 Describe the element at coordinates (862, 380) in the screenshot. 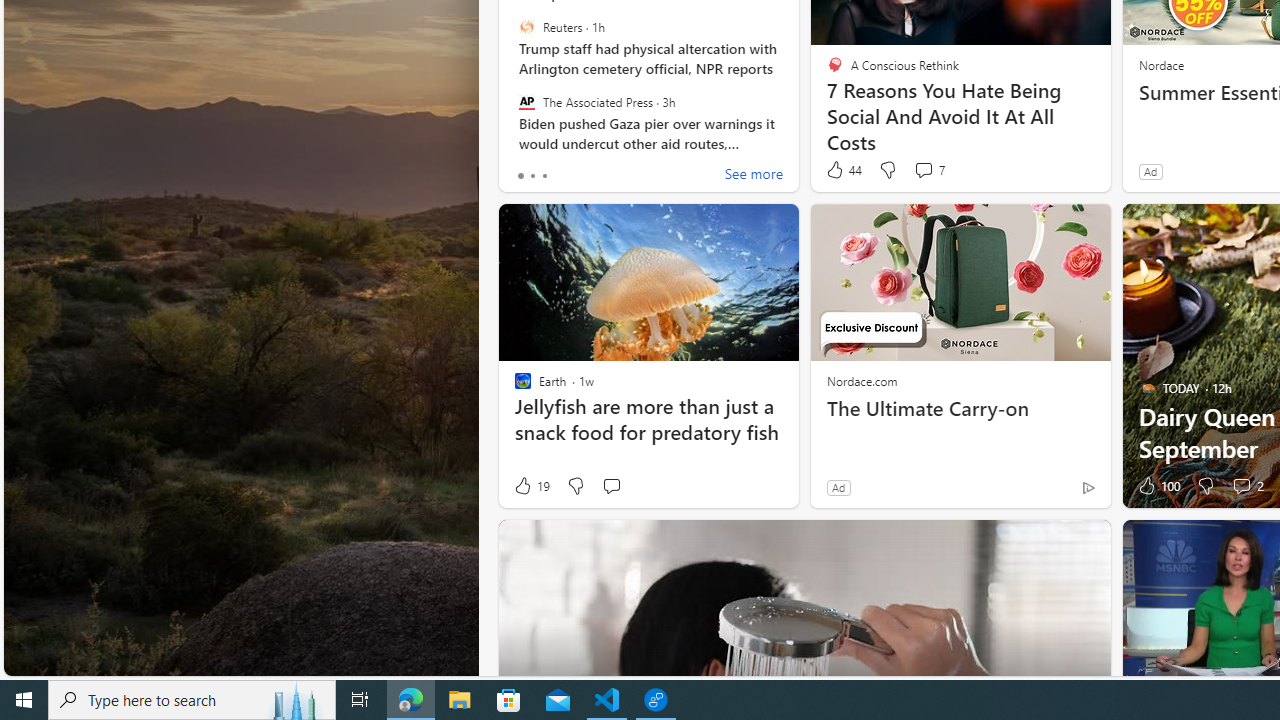

I see `'Nordace.com'` at that location.